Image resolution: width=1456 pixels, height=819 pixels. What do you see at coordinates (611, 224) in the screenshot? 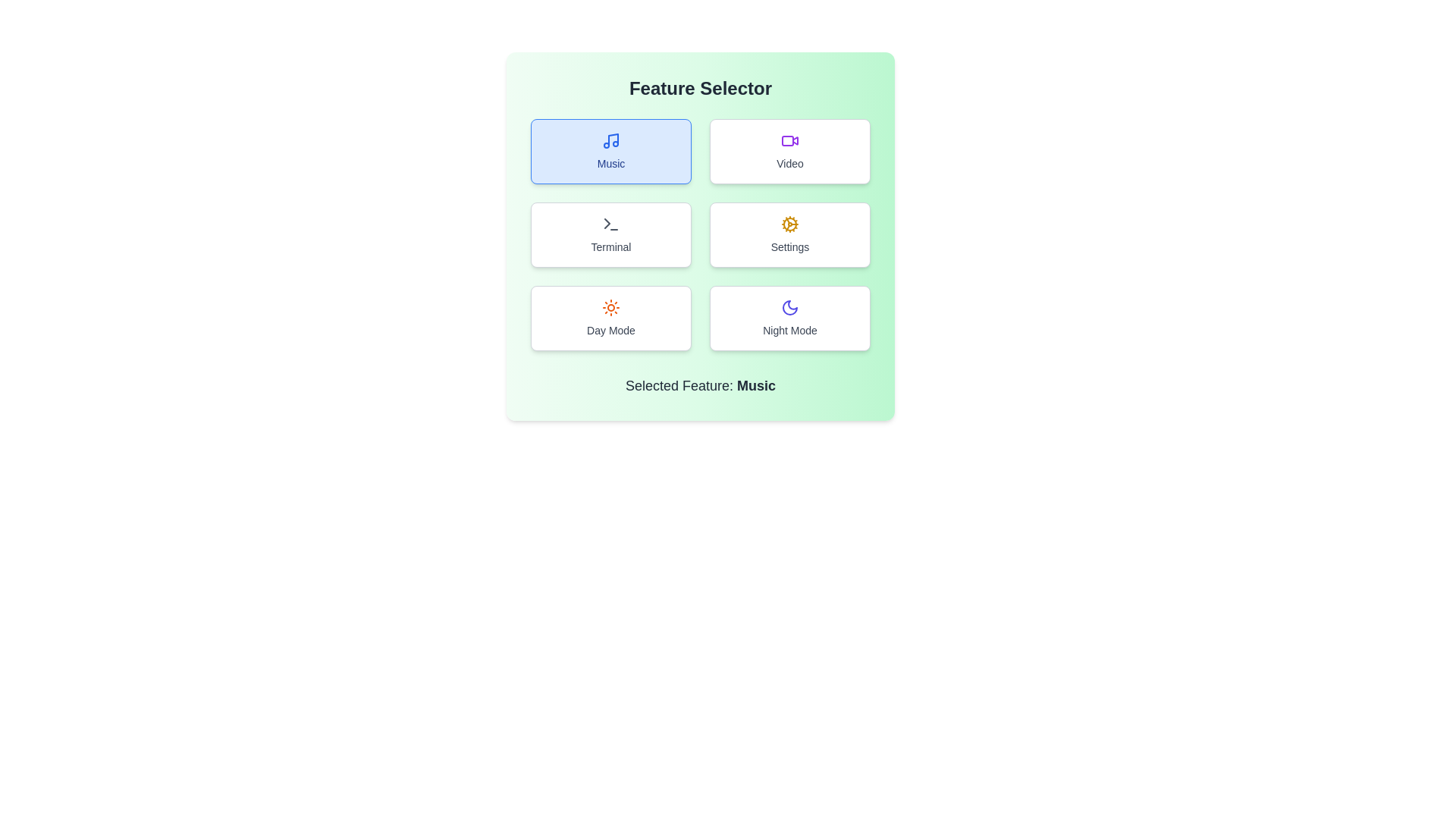
I see `the SVG icon representing the 'Terminal' feature` at bounding box center [611, 224].